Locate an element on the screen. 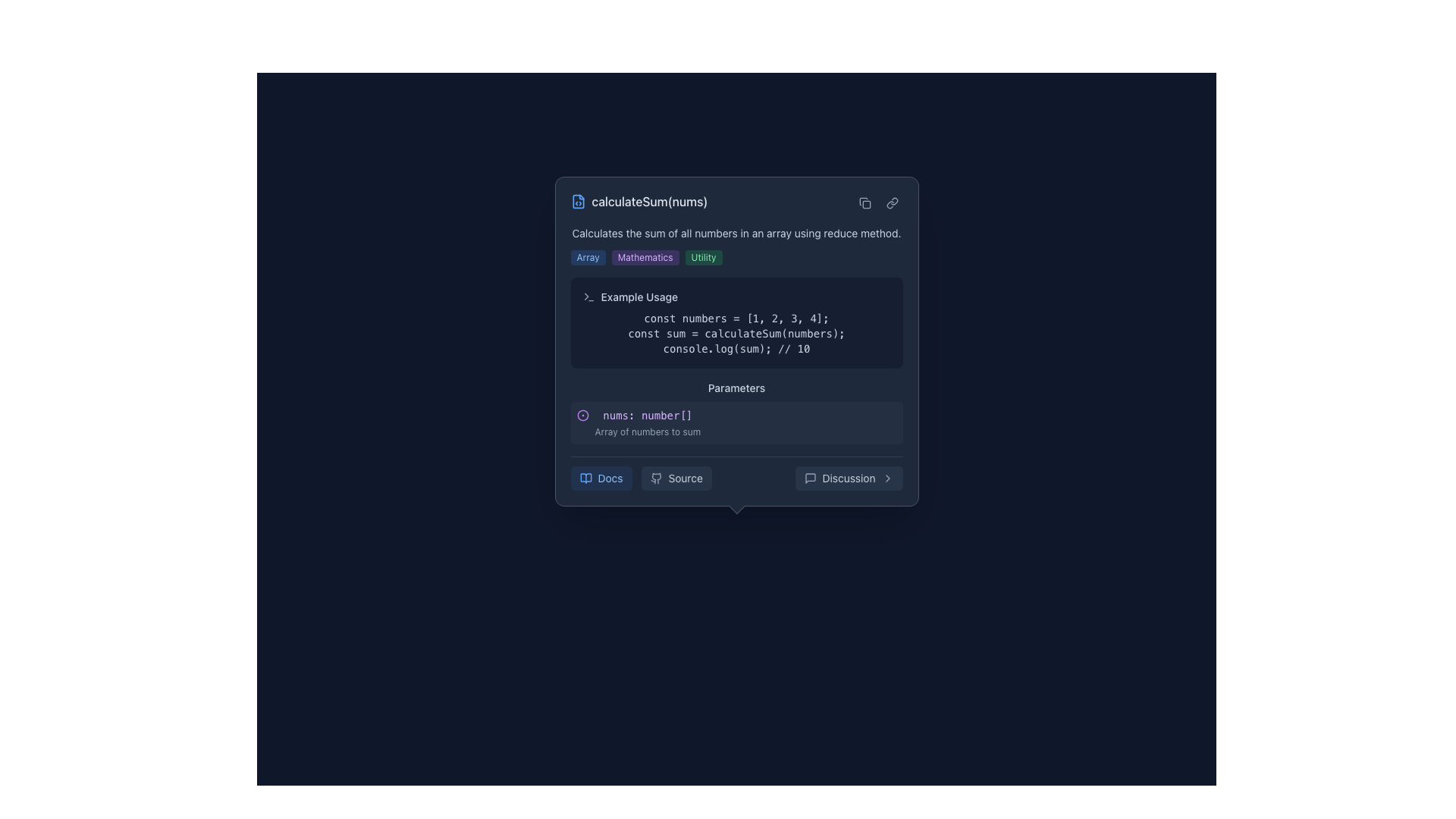 This screenshot has width=1456, height=819. description 'Array of numbers to sum' which is styled with small, light gray text located beneath the parameter type declaration 'nums: number[]' in the Parameters section of the documentation panel is located at coordinates (648, 432).